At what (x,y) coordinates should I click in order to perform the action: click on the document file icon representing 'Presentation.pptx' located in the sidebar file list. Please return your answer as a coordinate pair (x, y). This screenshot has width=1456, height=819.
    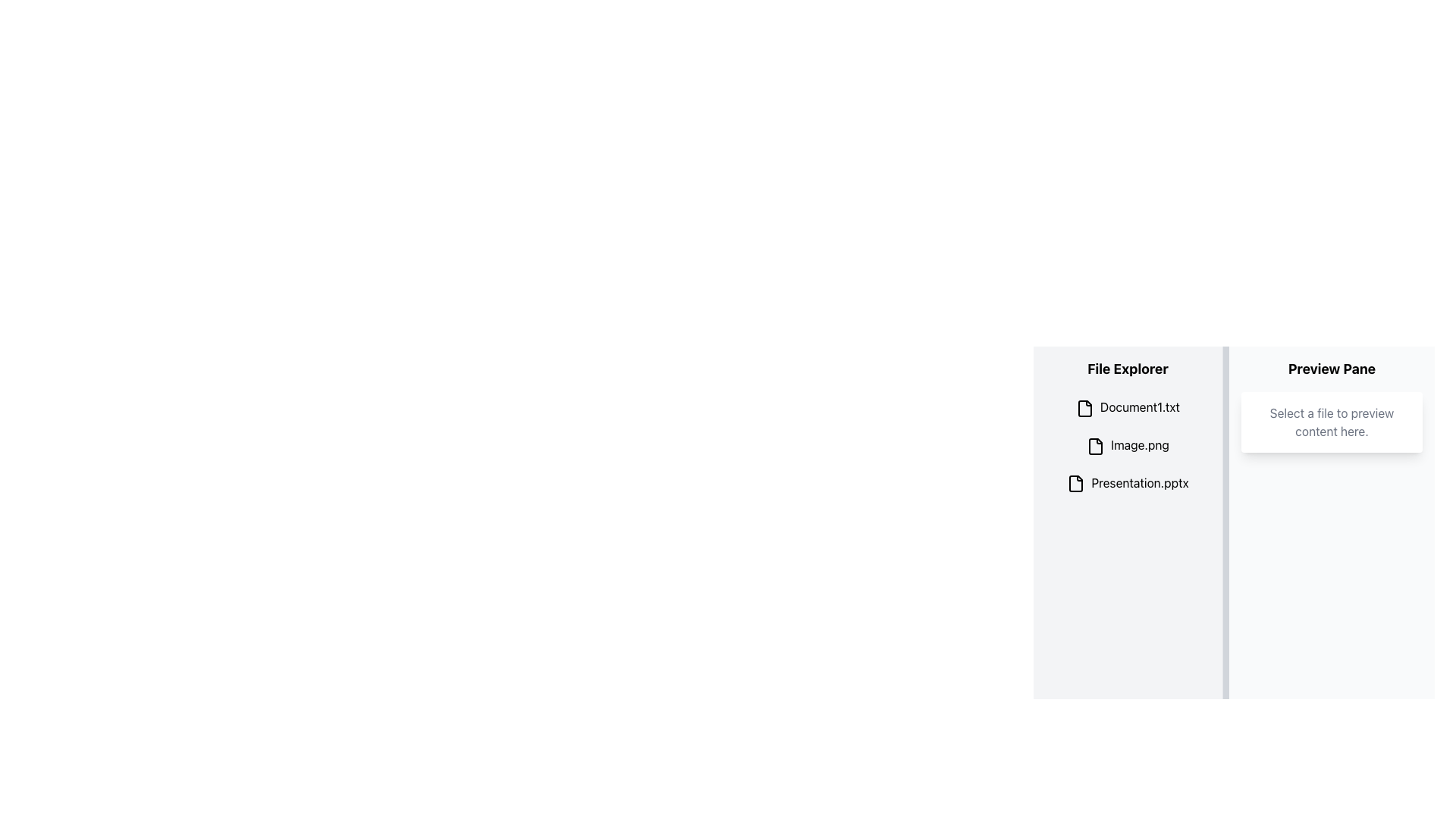
    Looking at the image, I should click on (1075, 484).